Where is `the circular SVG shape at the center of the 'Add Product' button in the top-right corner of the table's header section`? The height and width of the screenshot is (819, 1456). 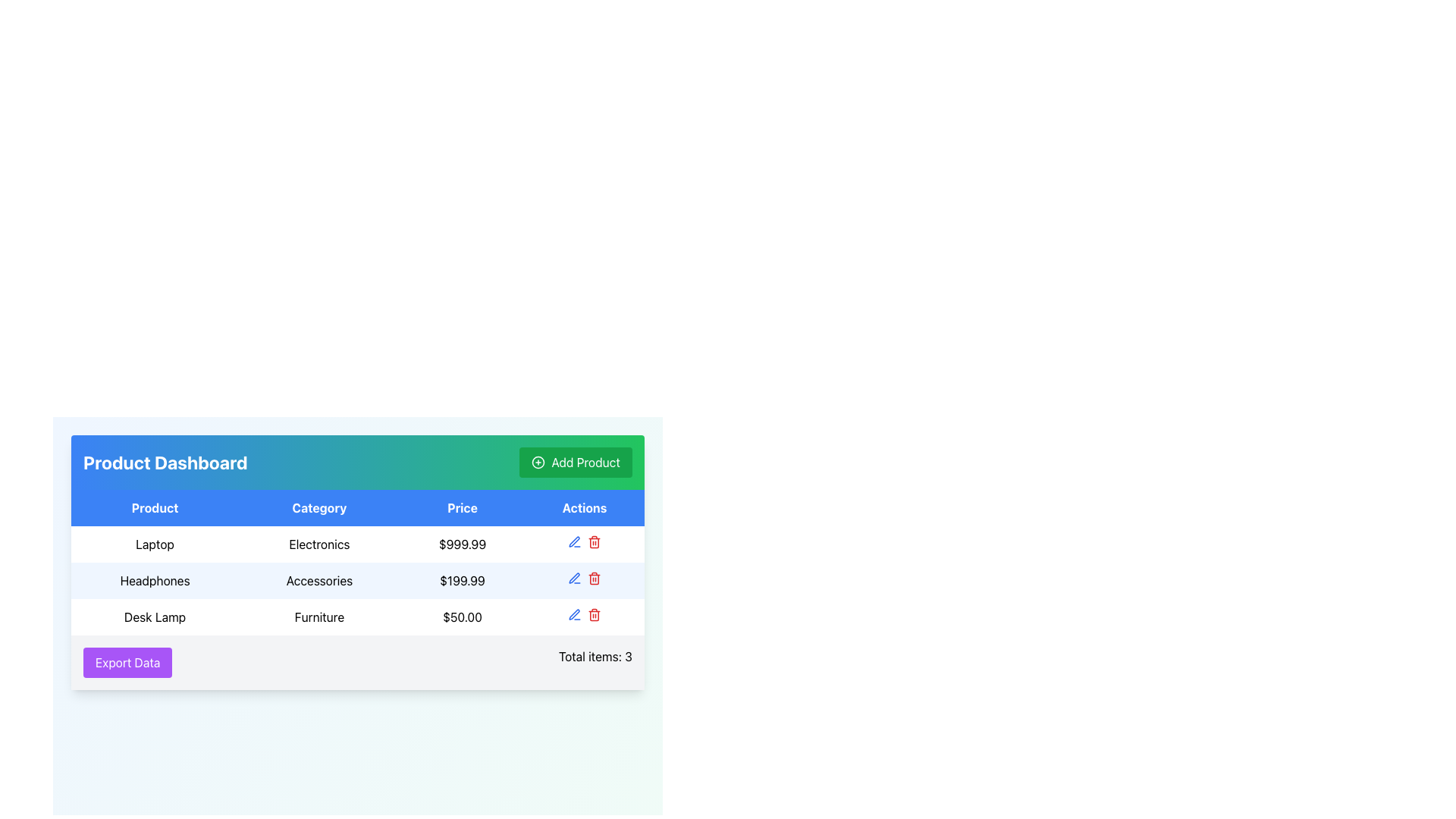
the circular SVG shape at the center of the 'Add Product' button in the top-right corner of the table's header section is located at coordinates (538, 461).